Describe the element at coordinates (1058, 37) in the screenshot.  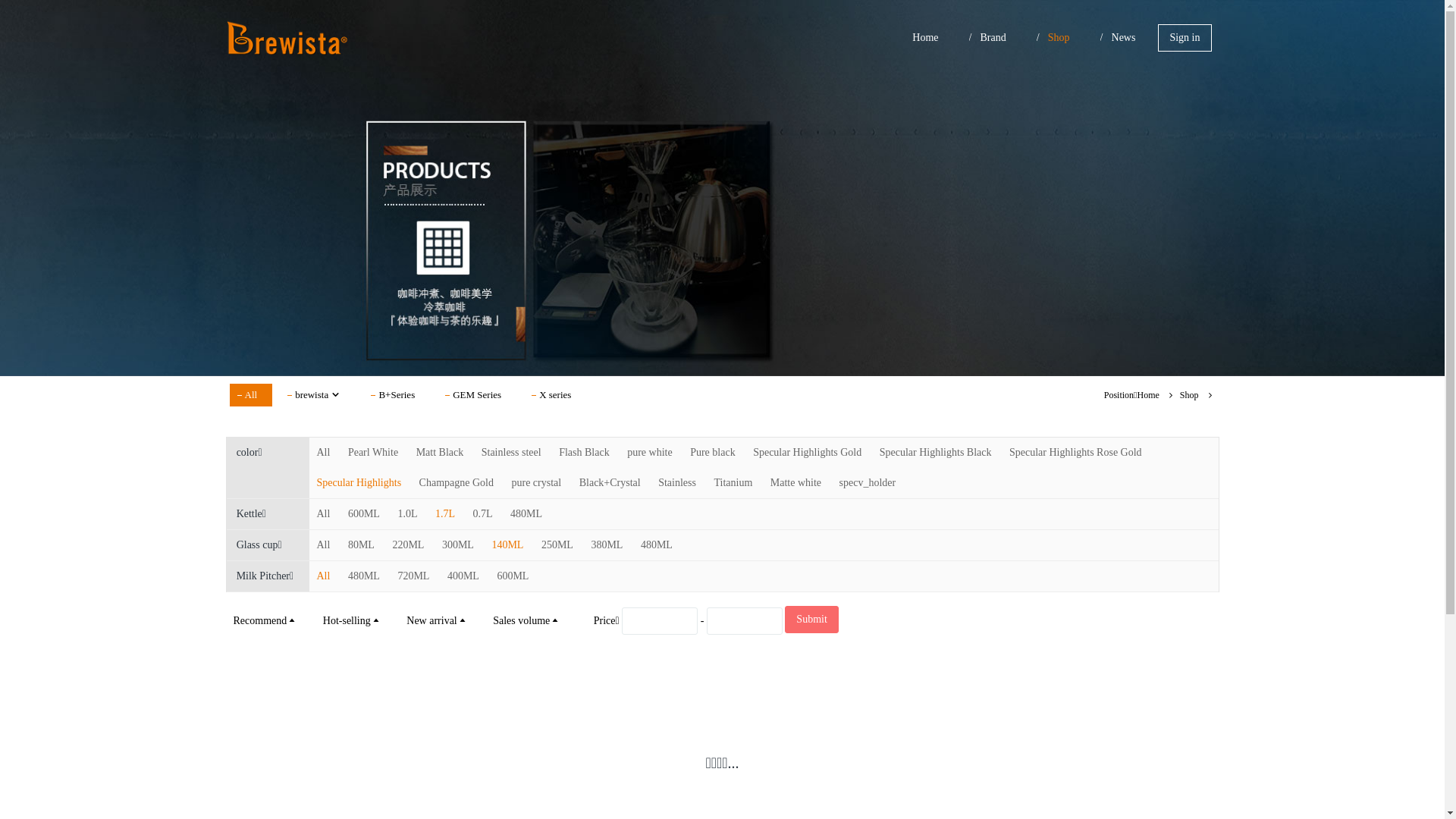
I see `'Shop'` at that location.